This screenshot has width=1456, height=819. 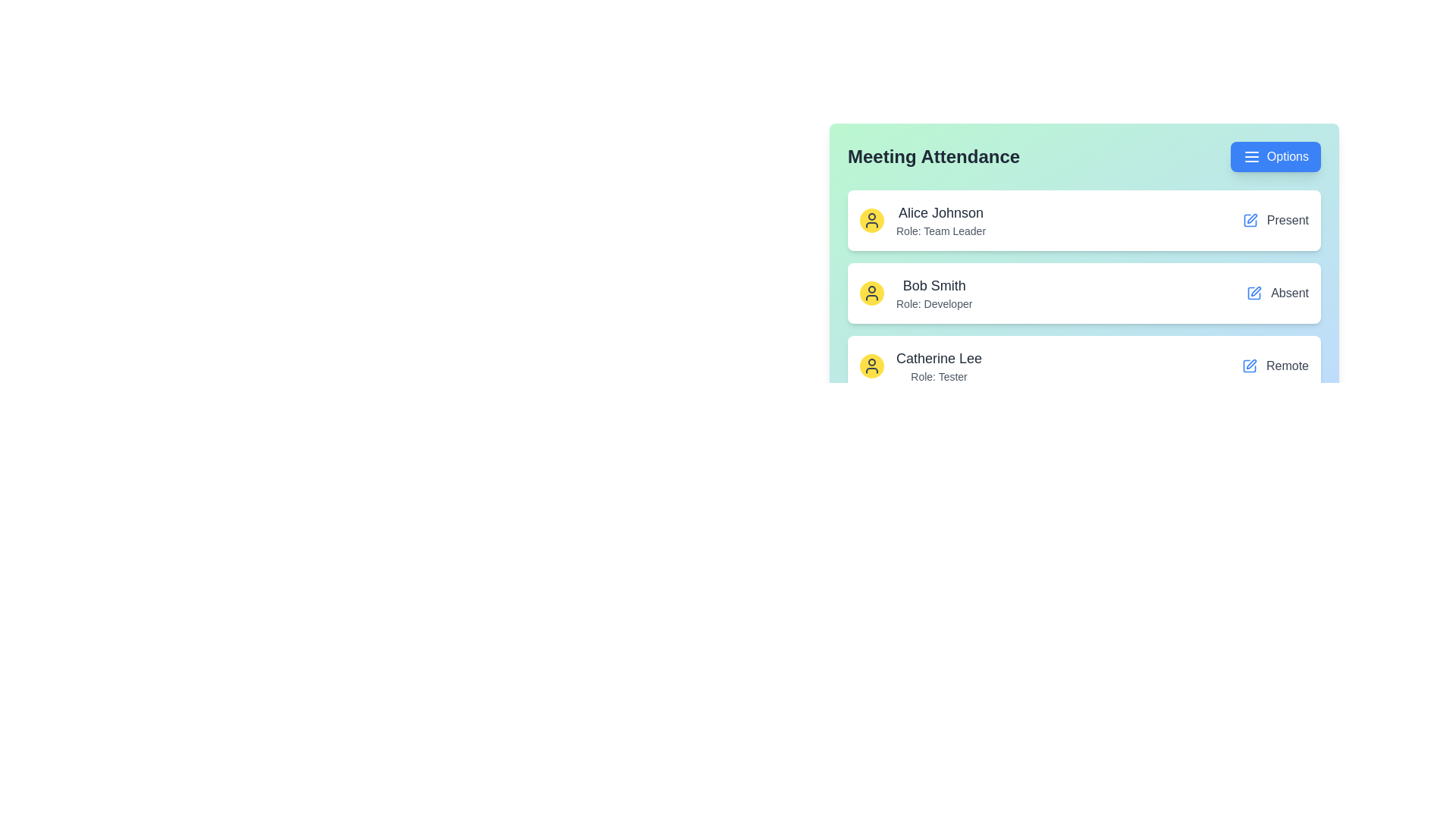 What do you see at coordinates (934, 293) in the screenshot?
I see `name 'Bob Smith' and role 'Developer' displayed in bold and smaller font respectively, located in the center-right section of the interface within the second list item of attendees` at bounding box center [934, 293].